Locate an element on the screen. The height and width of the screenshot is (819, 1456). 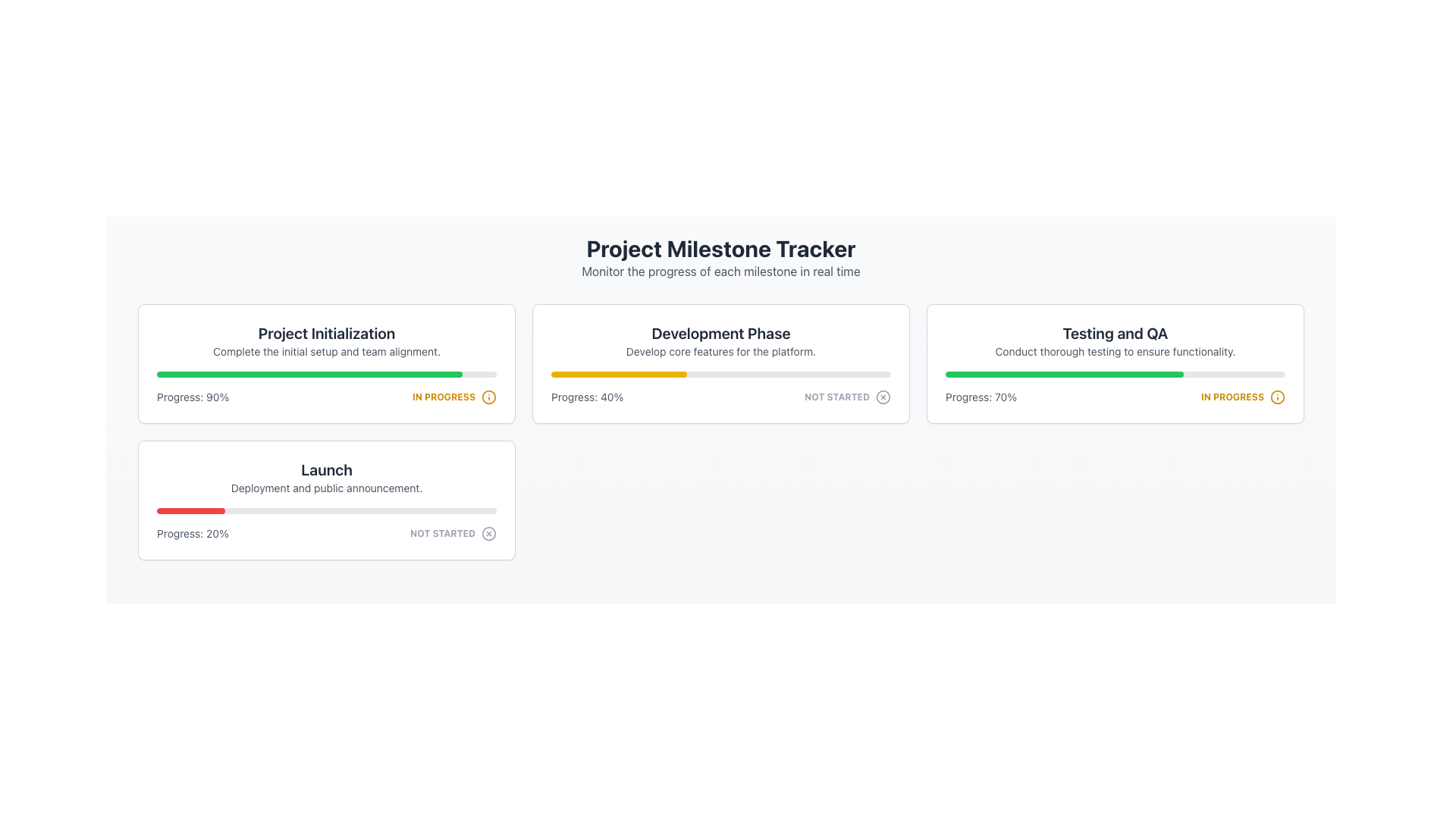
text block titled 'Testing and QA' located in the top right card of the application's main grid layout, which contains the description 'Conduct thorough testing to ensure functionality.' is located at coordinates (1115, 341).